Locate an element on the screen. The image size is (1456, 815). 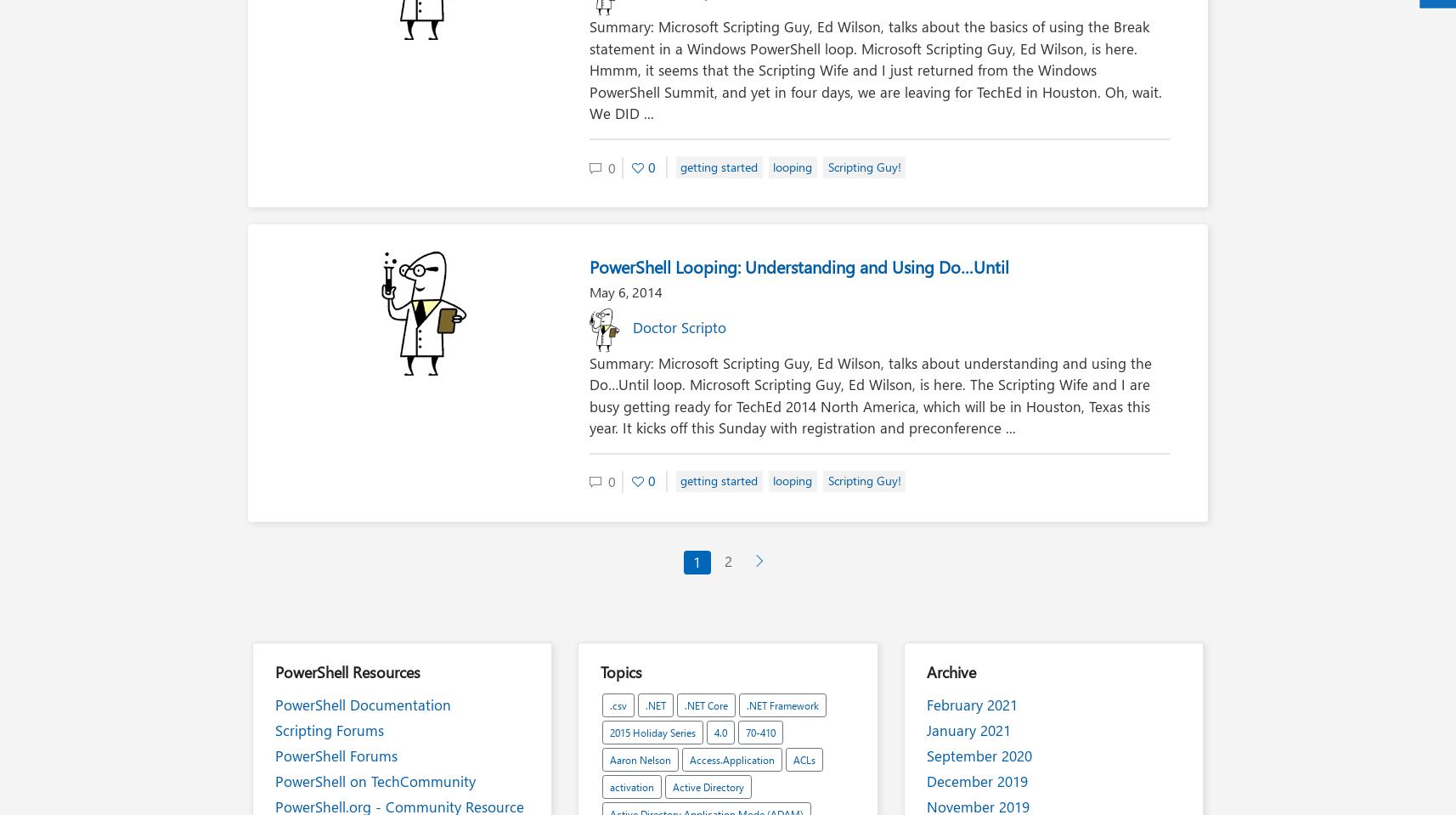
'Archive' is located at coordinates (951, 671).